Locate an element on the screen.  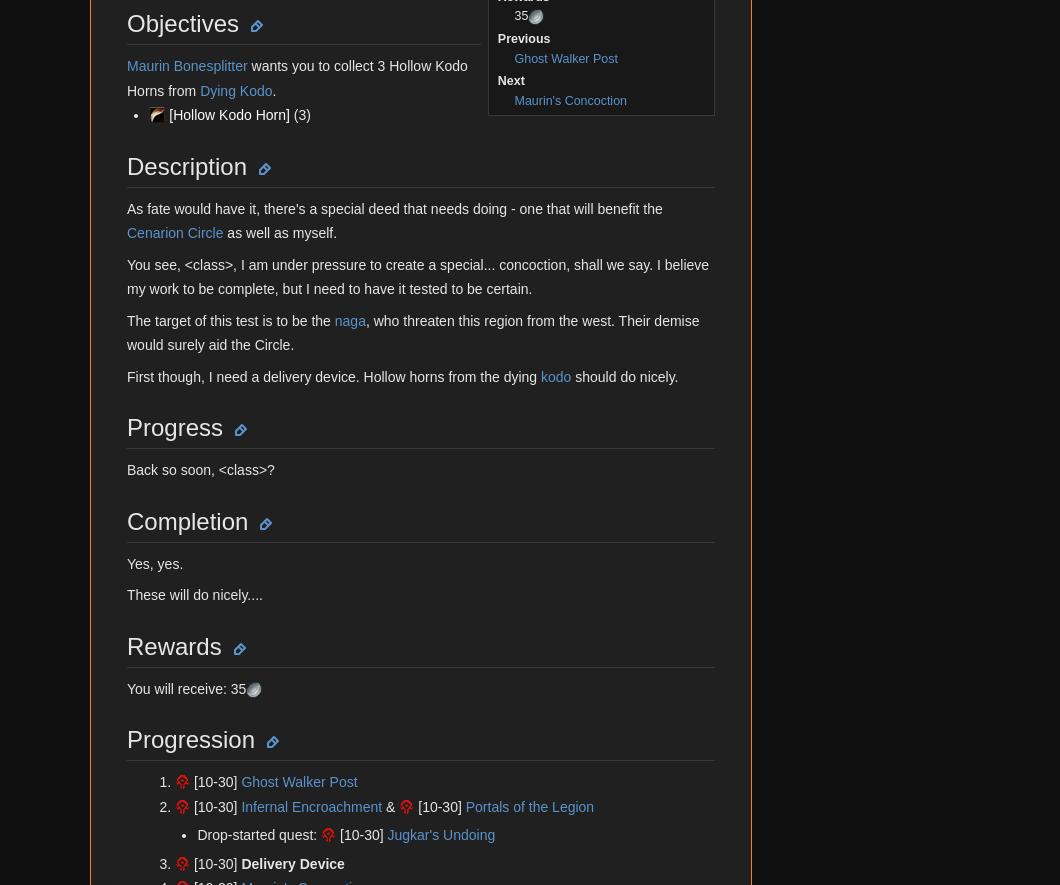
'Press' is located at coordinates (101, 465).